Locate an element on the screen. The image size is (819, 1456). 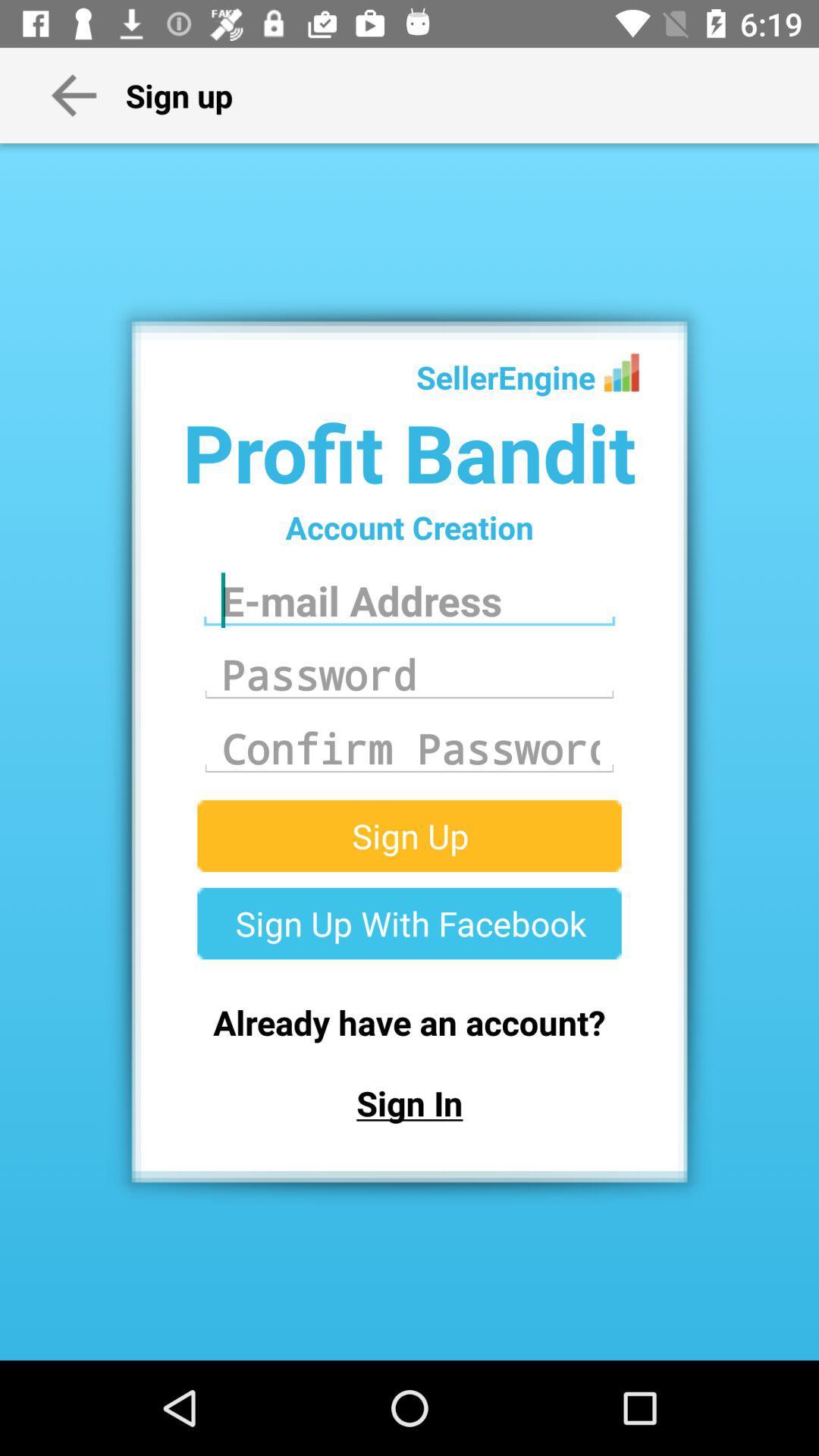
password entry is located at coordinates (409, 673).